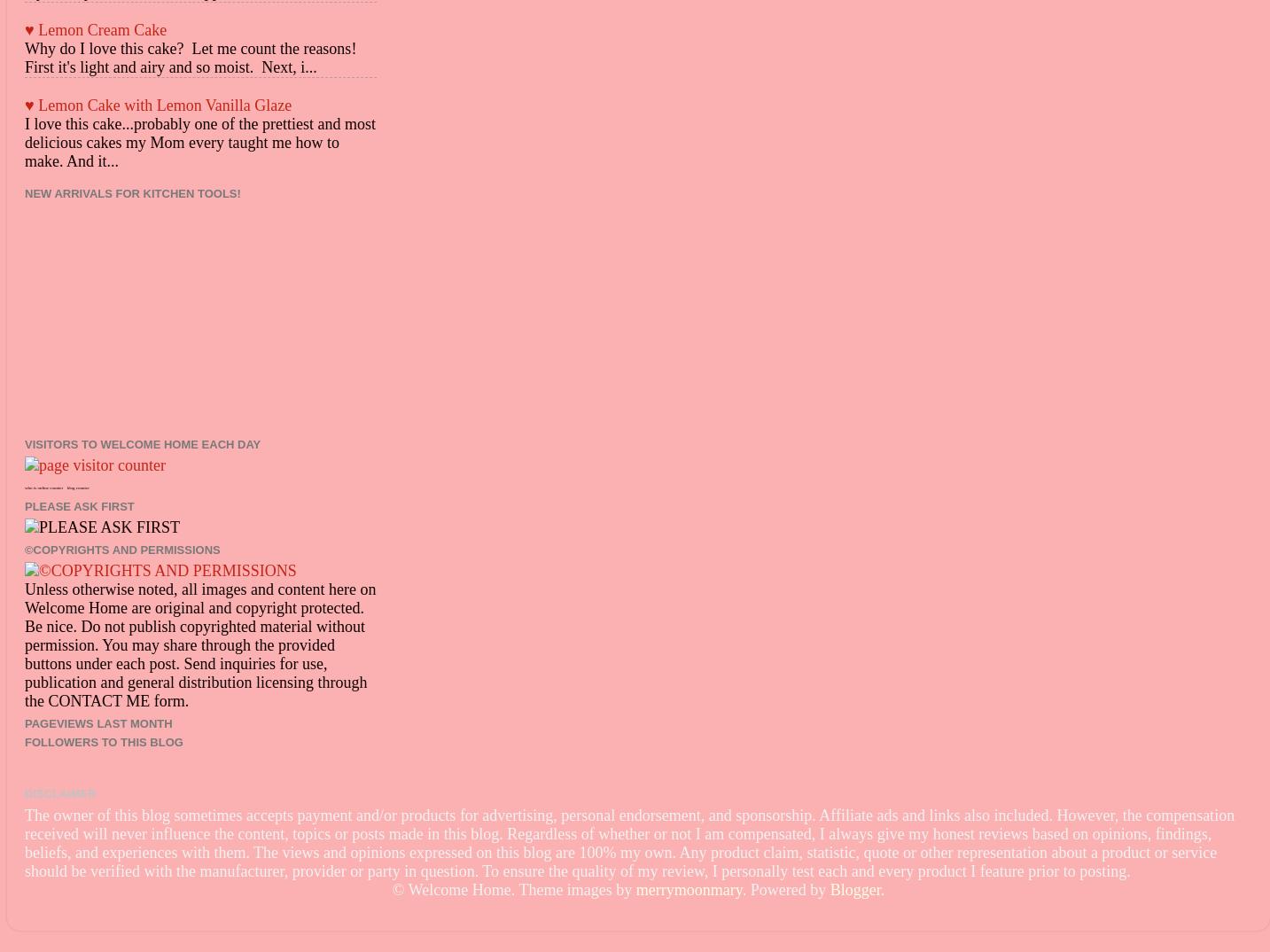  What do you see at coordinates (829, 888) in the screenshot?
I see `'Blogger'` at bounding box center [829, 888].